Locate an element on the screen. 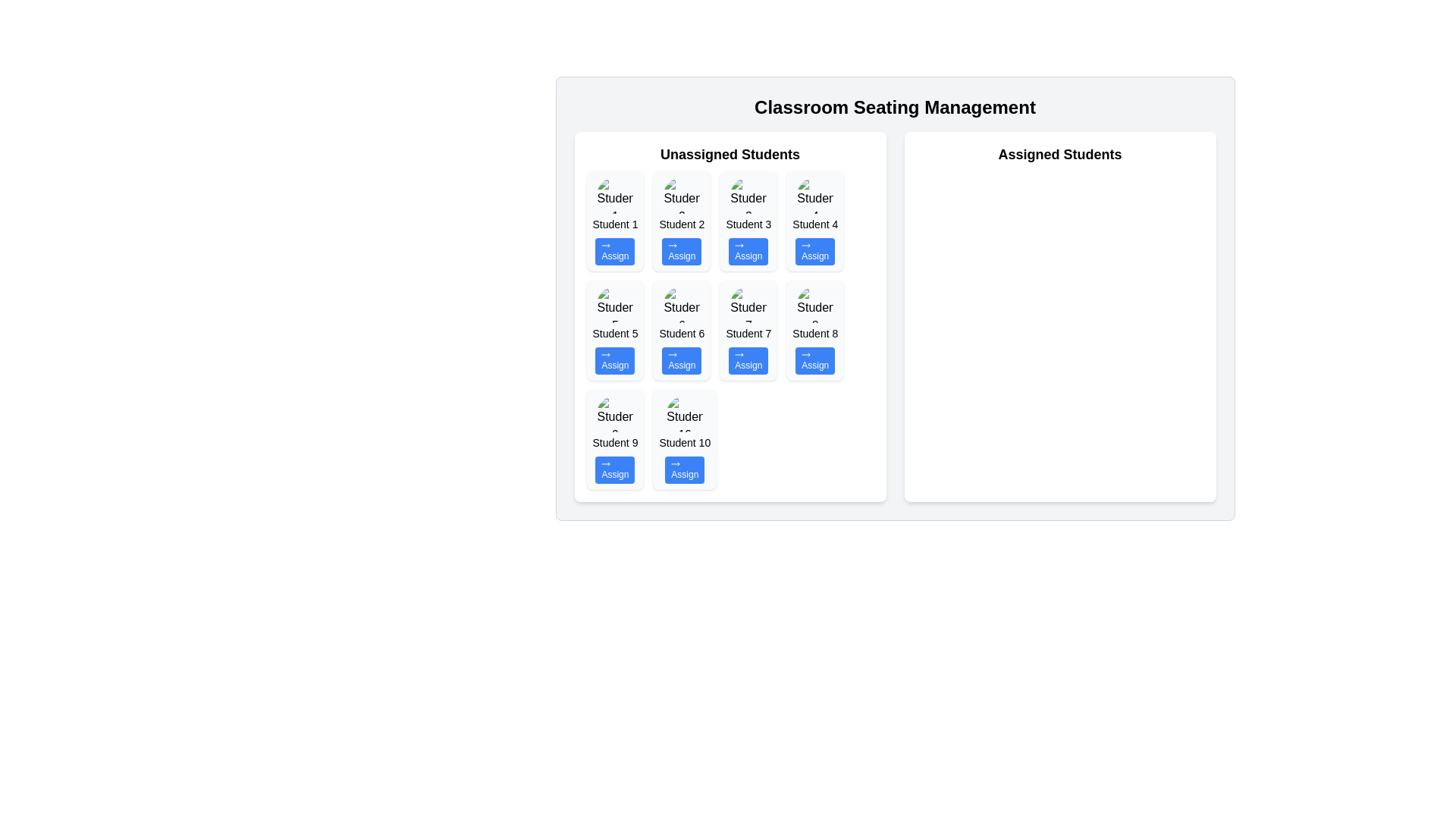 The width and height of the screenshot is (1456, 819). the button that allows users to reallocate 'Student 10', which is located below the student's avatar in the bottom-right corner of the 'Unassigned Students' section is located at coordinates (684, 469).